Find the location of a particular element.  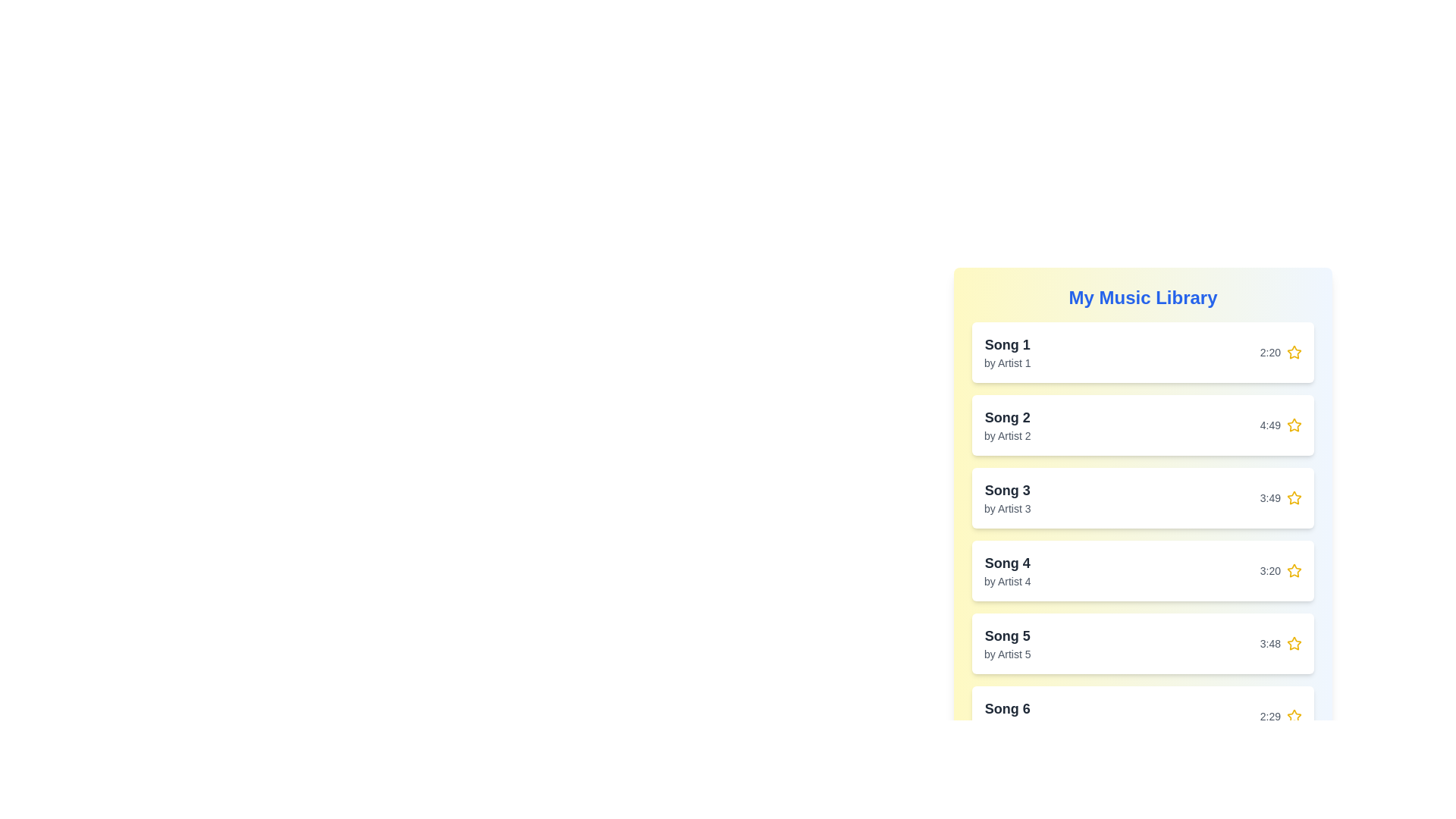

the star icon located to the right of 'Song 3' in the 'My Music Library' section is located at coordinates (1292, 497).